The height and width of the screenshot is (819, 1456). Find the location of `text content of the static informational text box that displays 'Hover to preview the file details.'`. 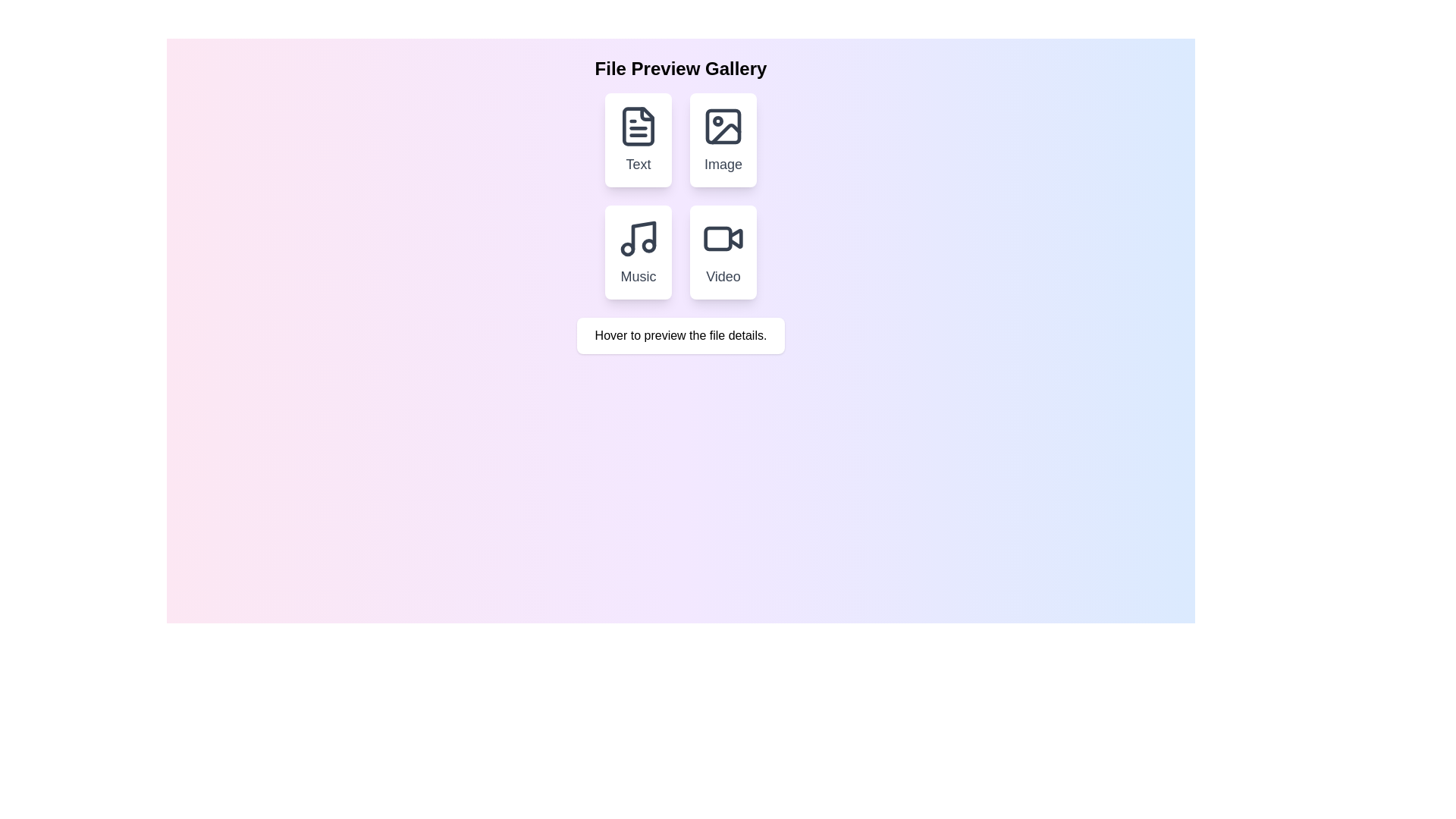

text content of the static informational text box that displays 'Hover to preview the file details.' is located at coordinates (679, 335).